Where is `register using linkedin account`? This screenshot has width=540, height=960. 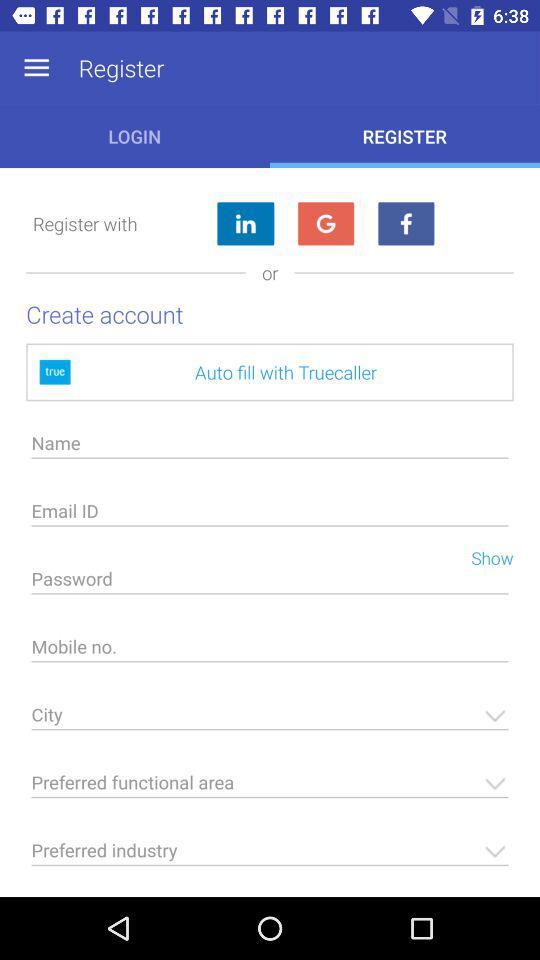 register using linkedin account is located at coordinates (245, 224).